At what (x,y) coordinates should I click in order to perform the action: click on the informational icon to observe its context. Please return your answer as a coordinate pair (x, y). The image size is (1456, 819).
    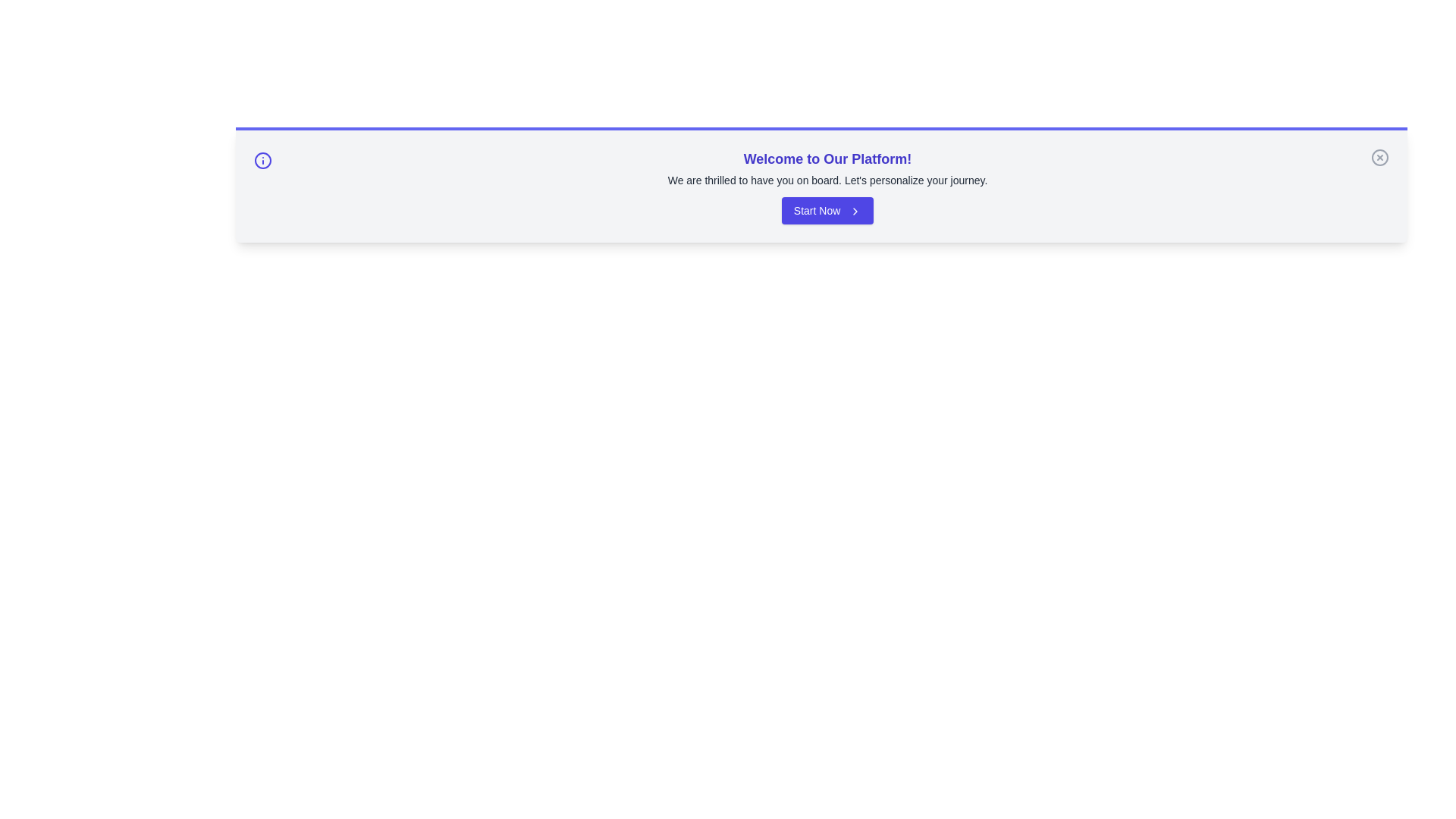
    Looking at the image, I should click on (262, 161).